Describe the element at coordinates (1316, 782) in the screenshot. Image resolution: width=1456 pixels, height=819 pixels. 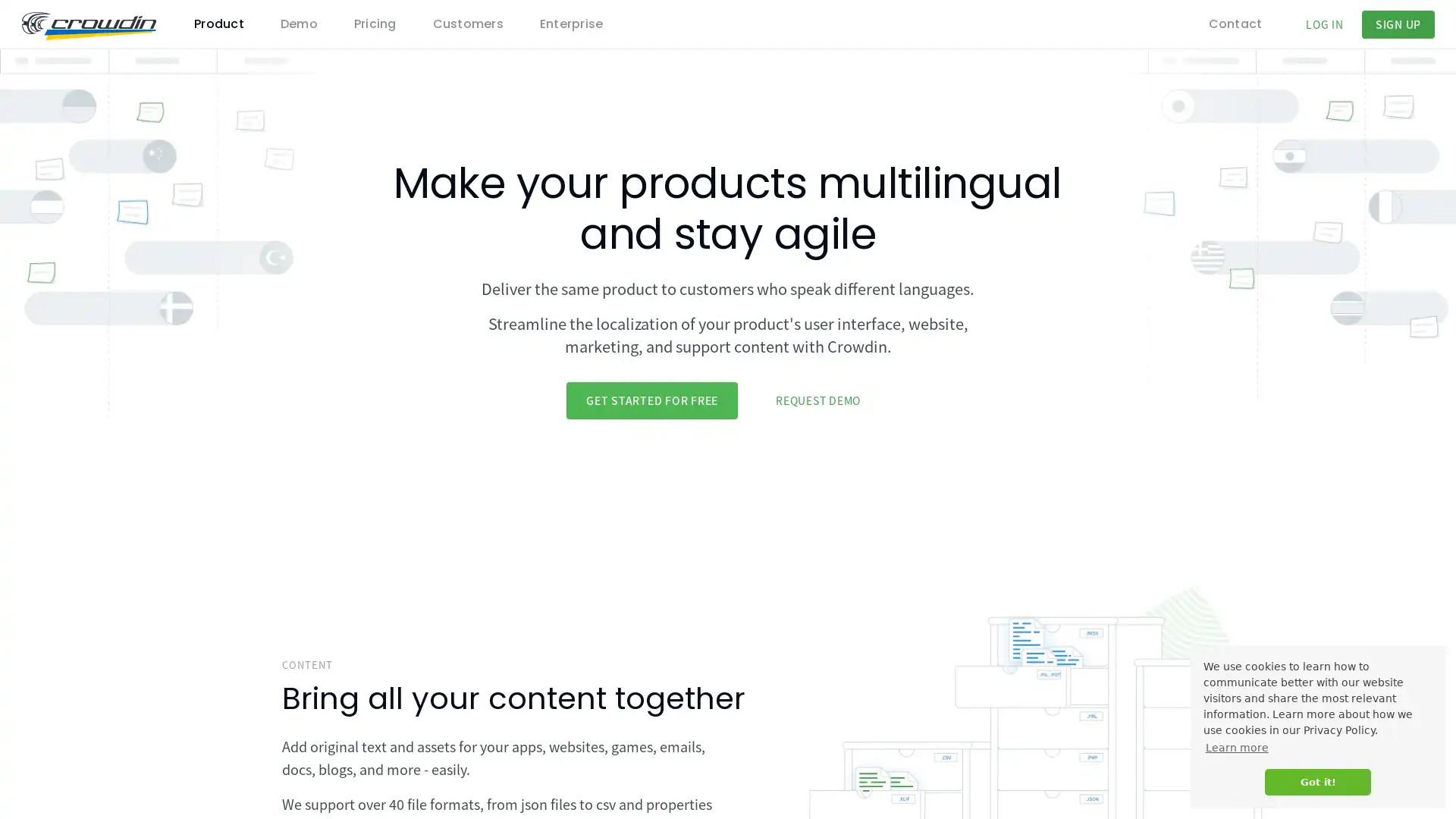
I see `dismiss cookie message` at that location.